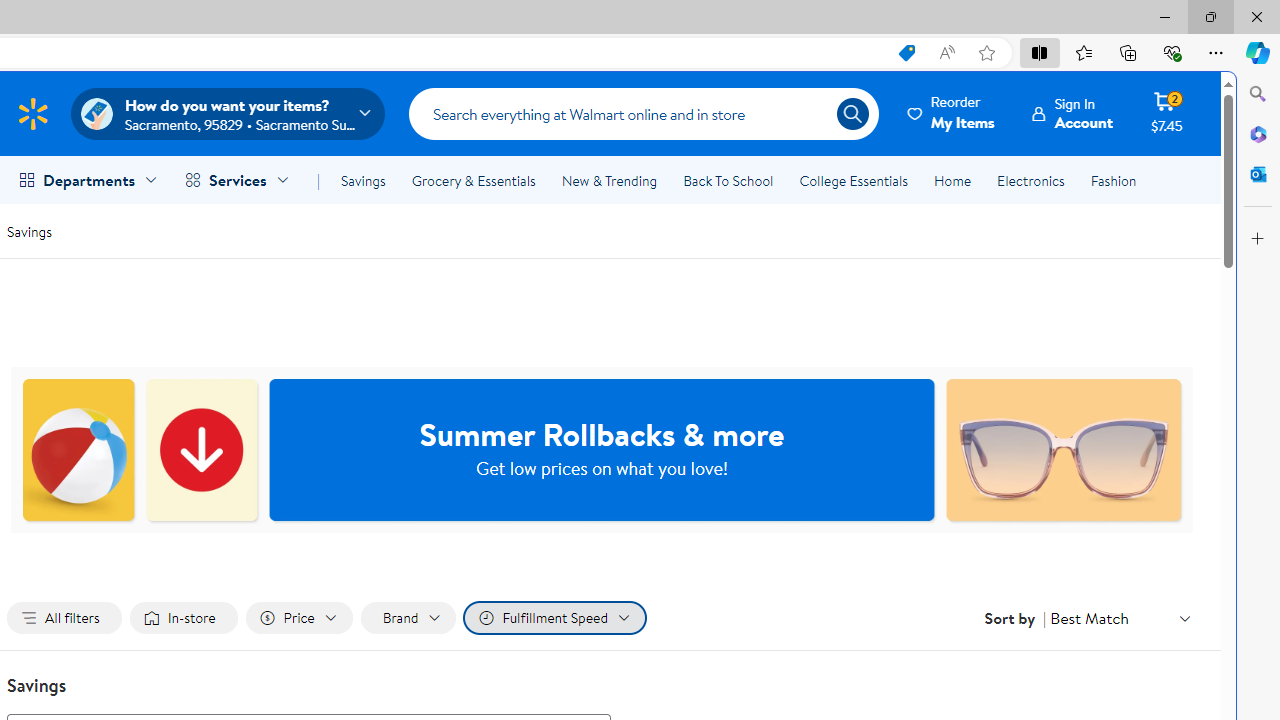 The image size is (1280, 720). Describe the element at coordinates (1166, 113) in the screenshot. I see `'Cart contains 2 items Total Amount $7.45'` at that location.